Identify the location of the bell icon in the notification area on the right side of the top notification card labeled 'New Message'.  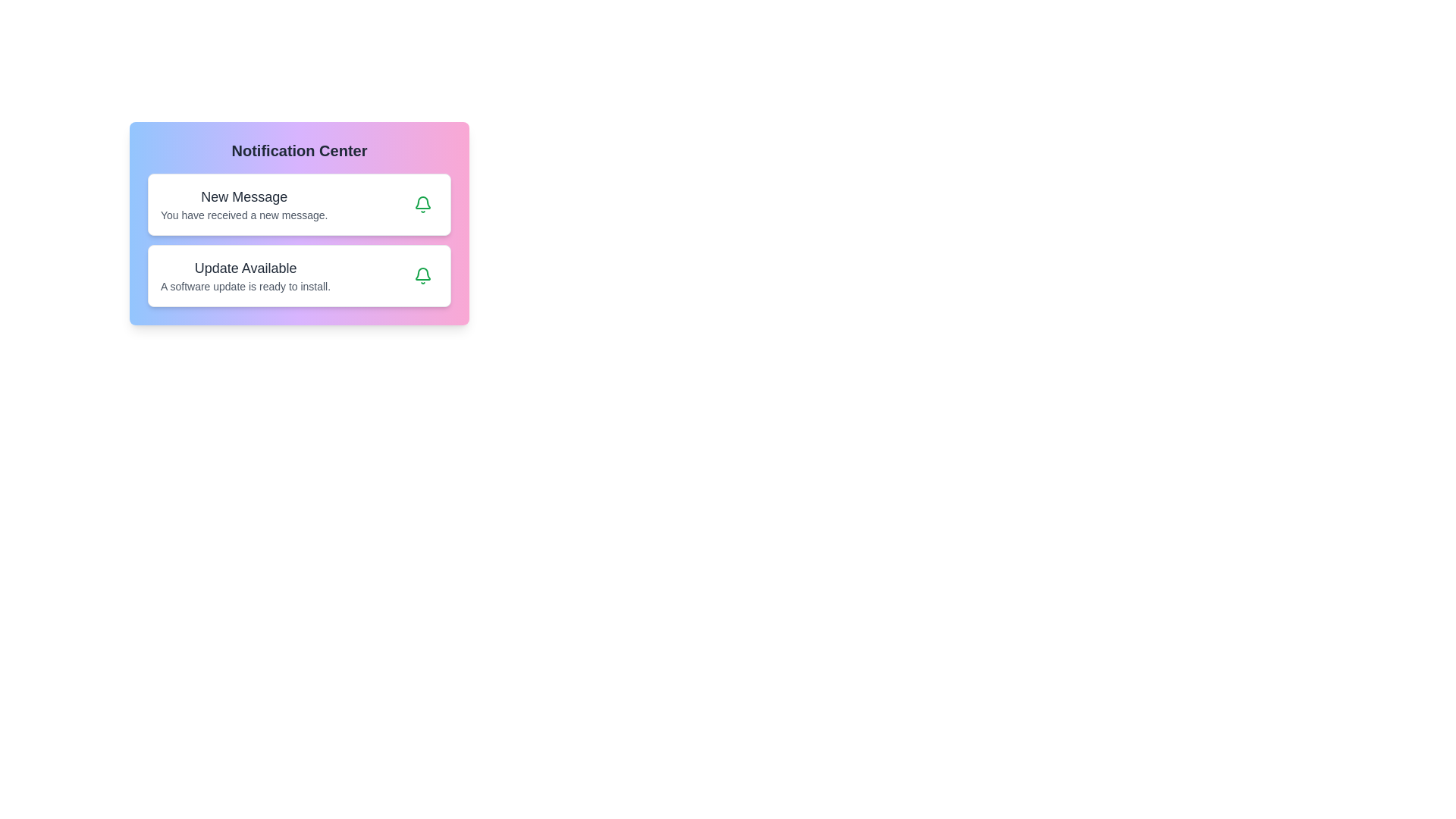
(422, 275).